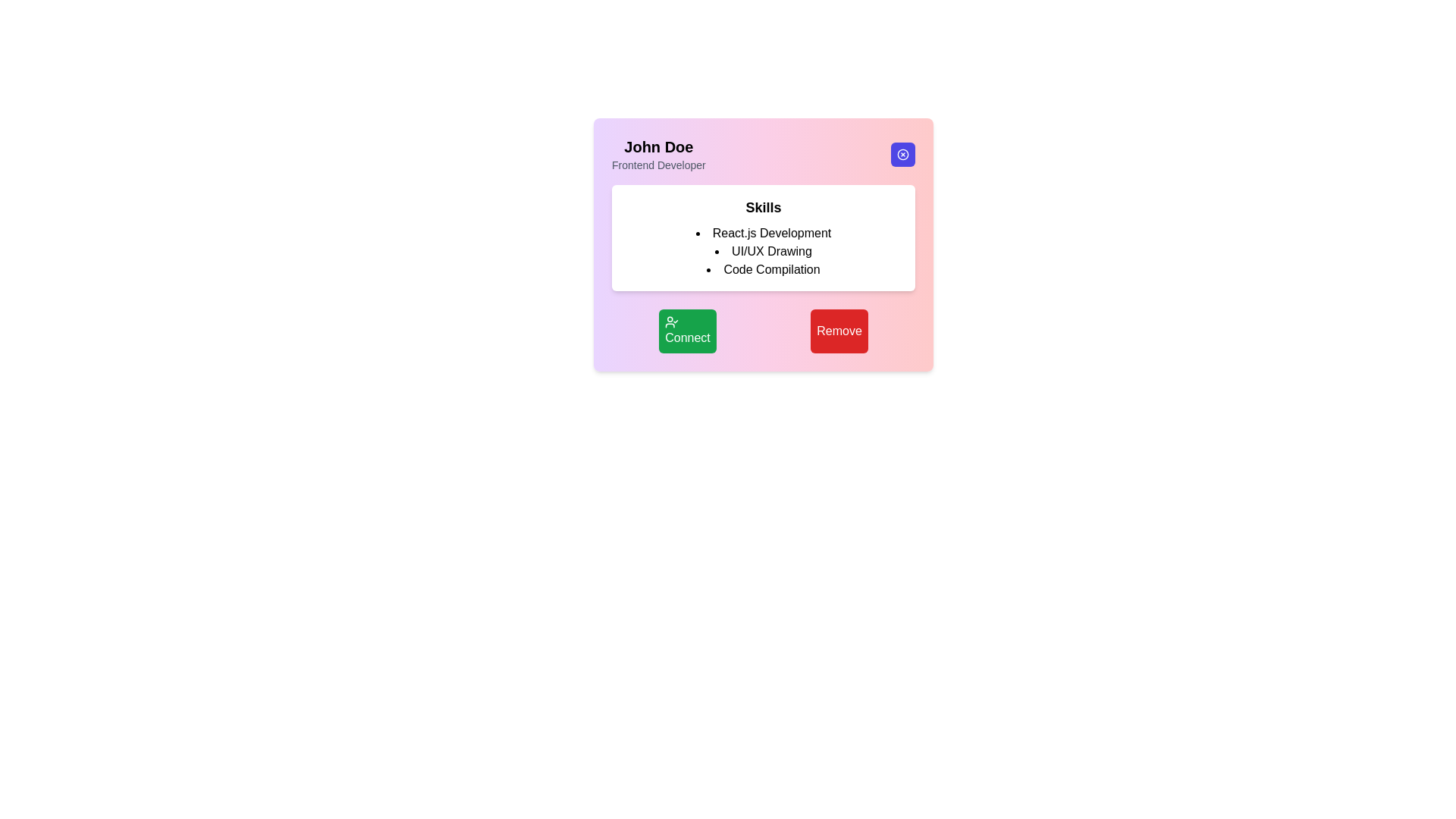 This screenshot has height=819, width=1456. Describe the element at coordinates (764, 250) in the screenshot. I see `the second item in the bullet-pointed list under the 'Skills' section, which provides information about the subject's abilities` at that location.